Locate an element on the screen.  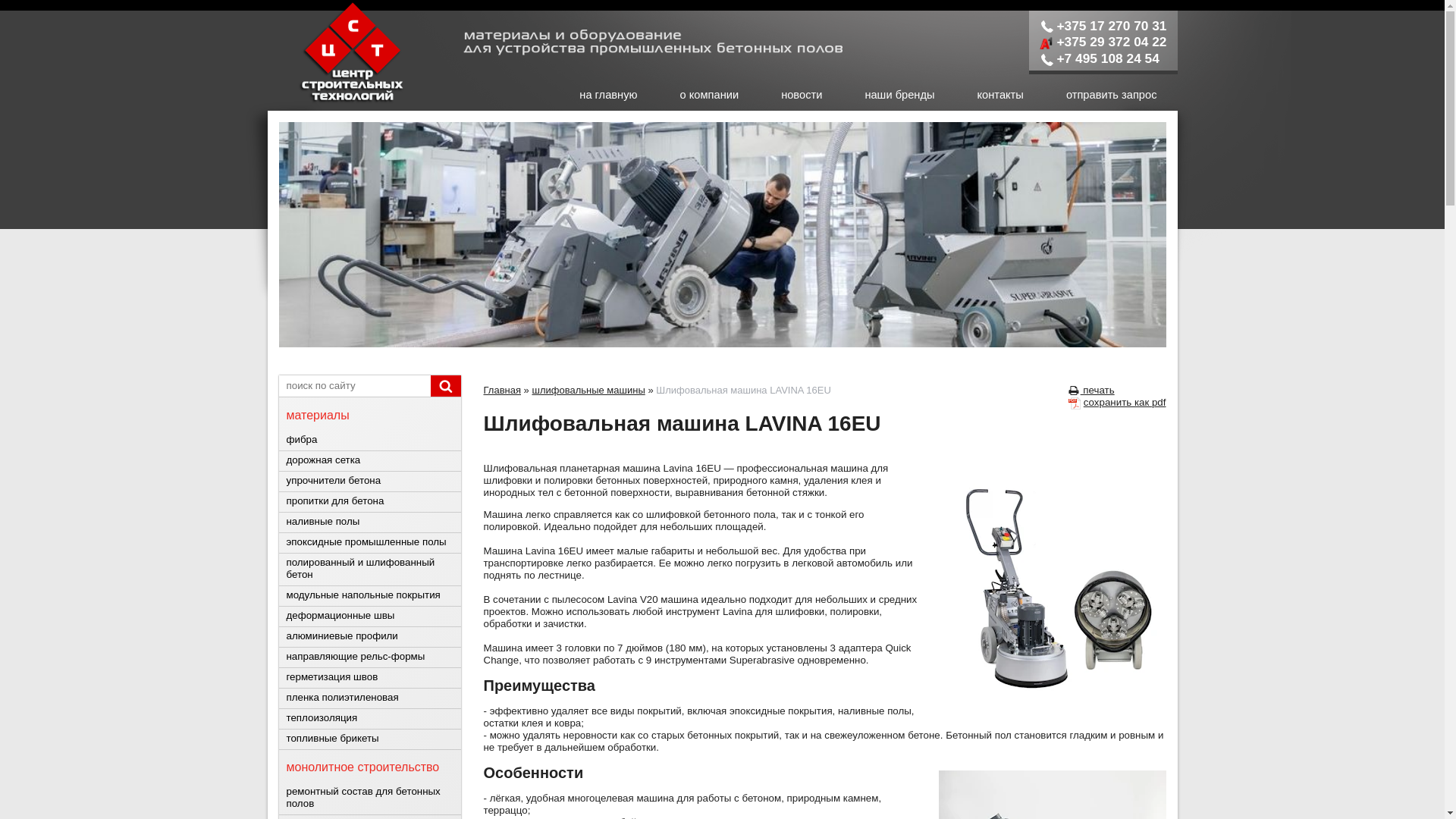
'+375 17 270 70 31' is located at coordinates (1039, 26).